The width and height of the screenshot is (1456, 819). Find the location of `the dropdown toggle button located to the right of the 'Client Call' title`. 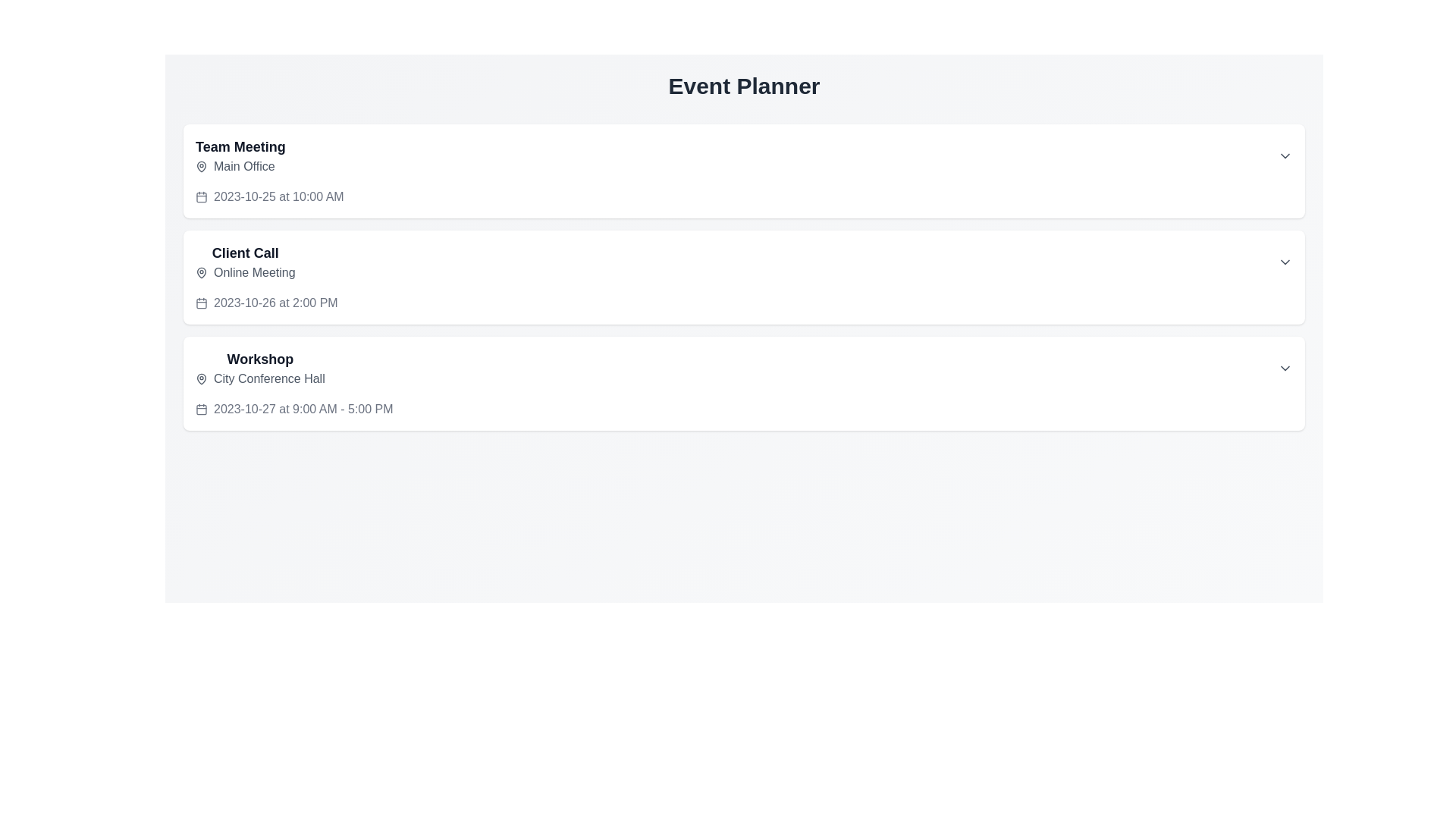

the dropdown toggle button located to the right of the 'Client Call' title is located at coordinates (1284, 262).